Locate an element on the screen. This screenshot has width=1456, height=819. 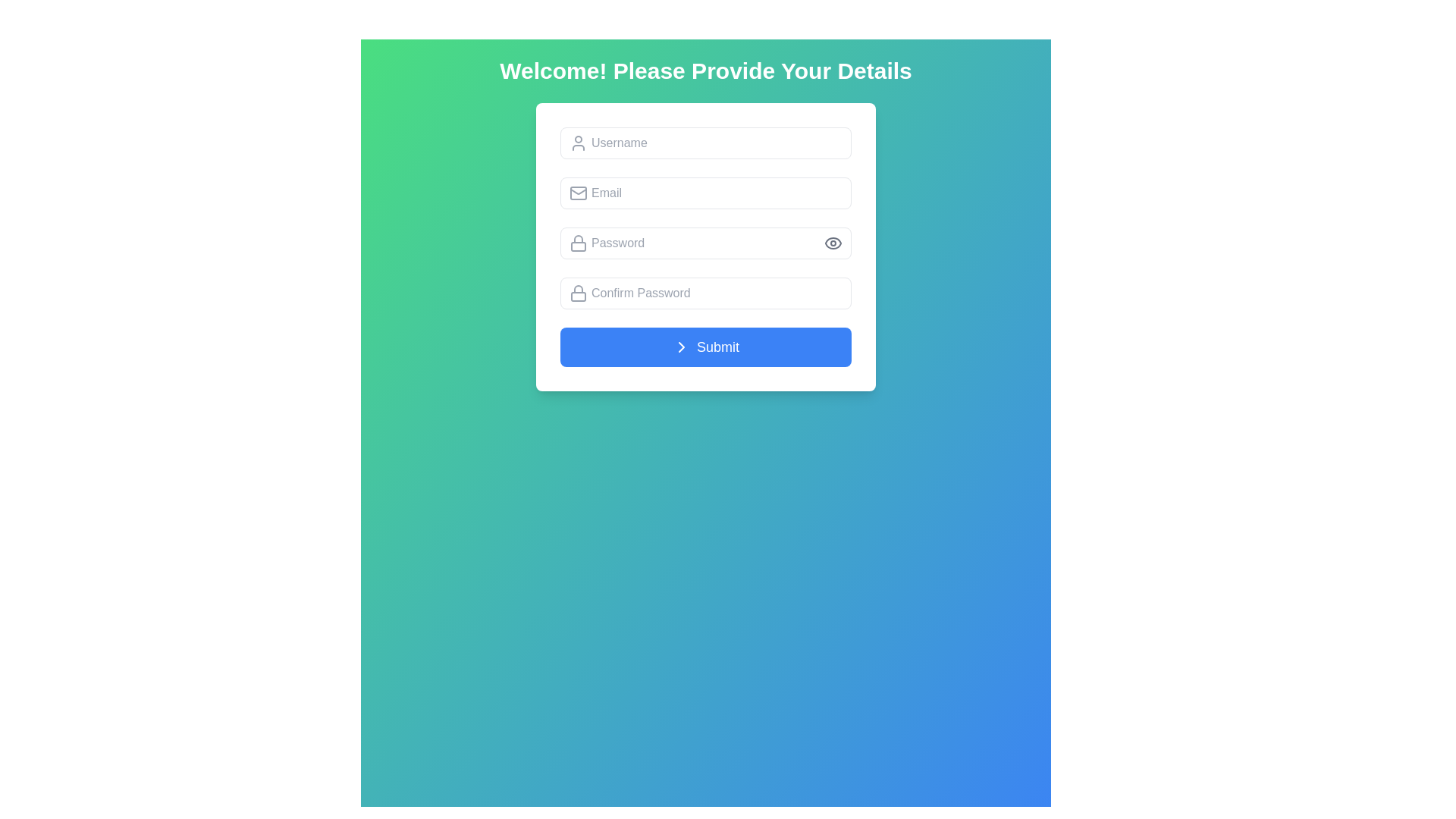
the decorative graphical representation within the envelope icon located to the left of the email input field in the registration form interface is located at coordinates (578, 190).